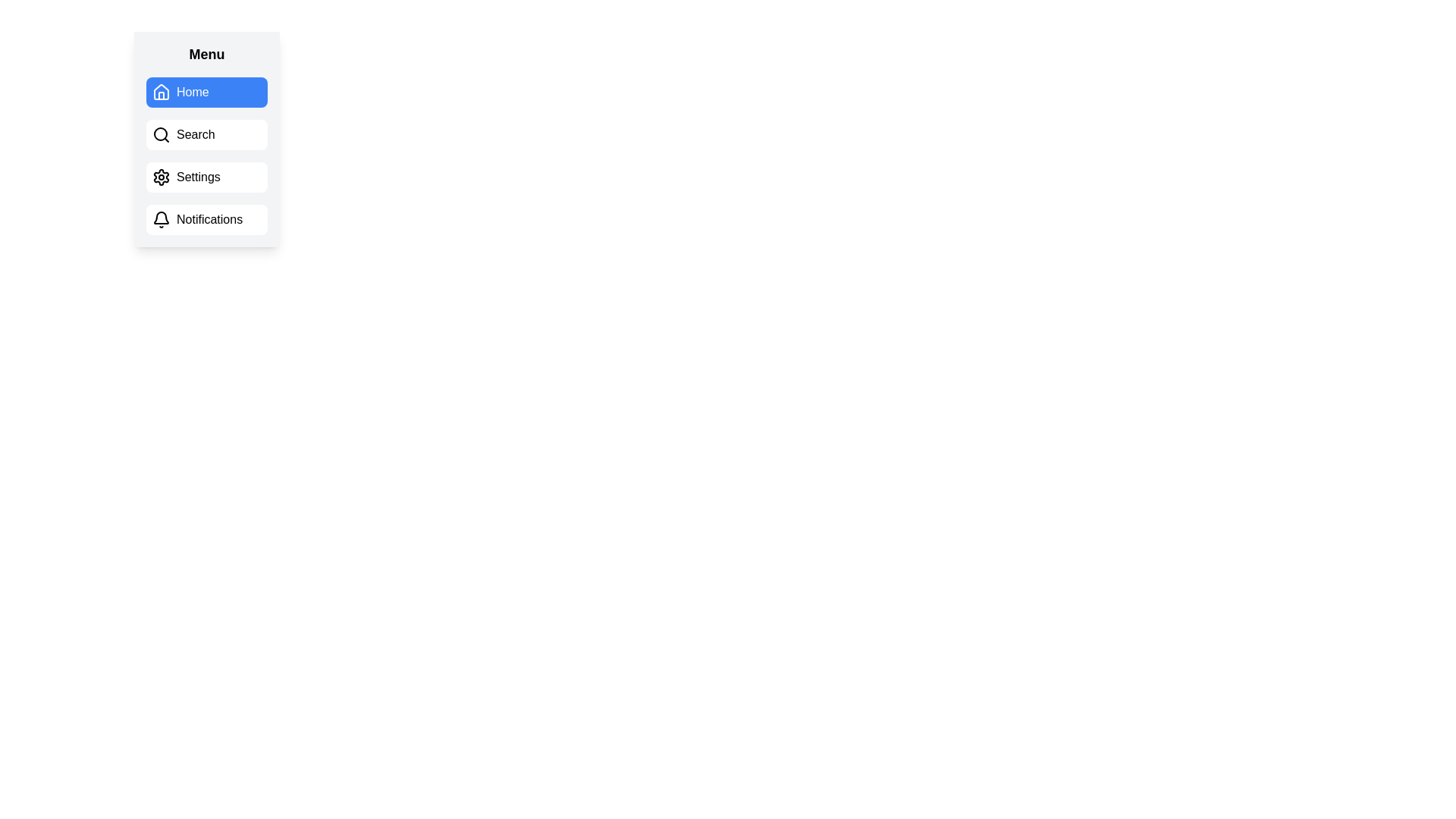 The height and width of the screenshot is (819, 1456). I want to click on the decorative search icon located to the left of the 'Search' text label in the navigation menu, so click(161, 133).